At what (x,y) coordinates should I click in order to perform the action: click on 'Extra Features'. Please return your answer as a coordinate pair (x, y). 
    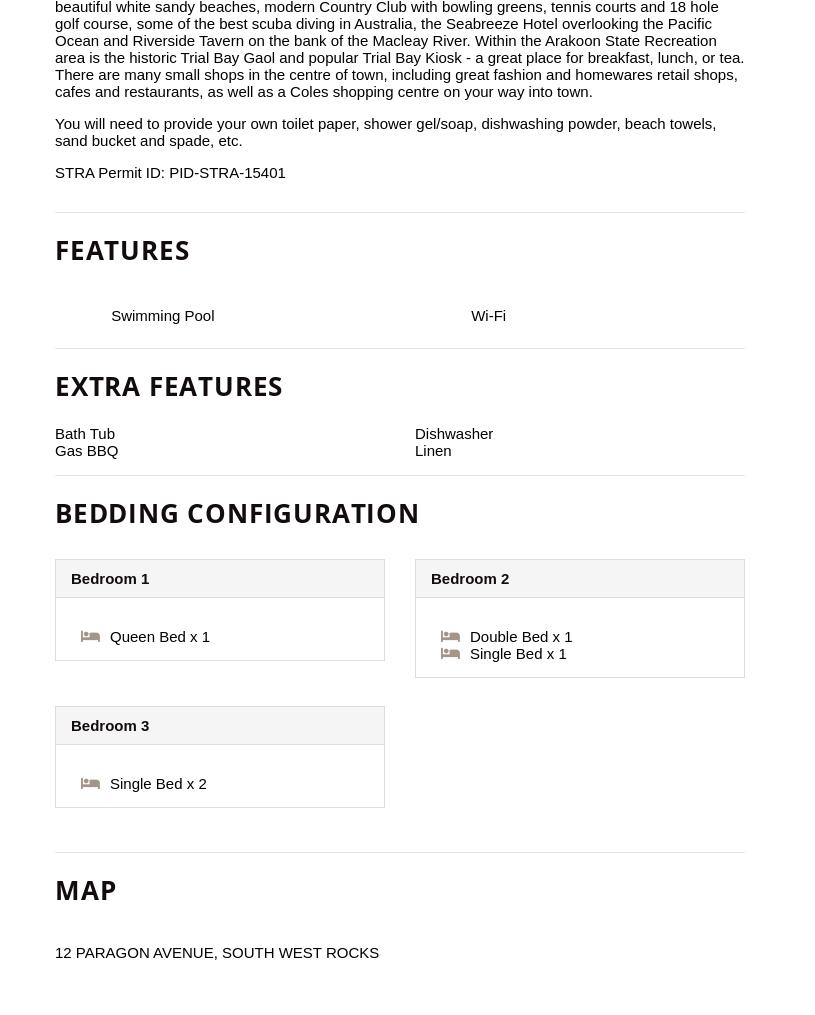
    Looking at the image, I should click on (54, 386).